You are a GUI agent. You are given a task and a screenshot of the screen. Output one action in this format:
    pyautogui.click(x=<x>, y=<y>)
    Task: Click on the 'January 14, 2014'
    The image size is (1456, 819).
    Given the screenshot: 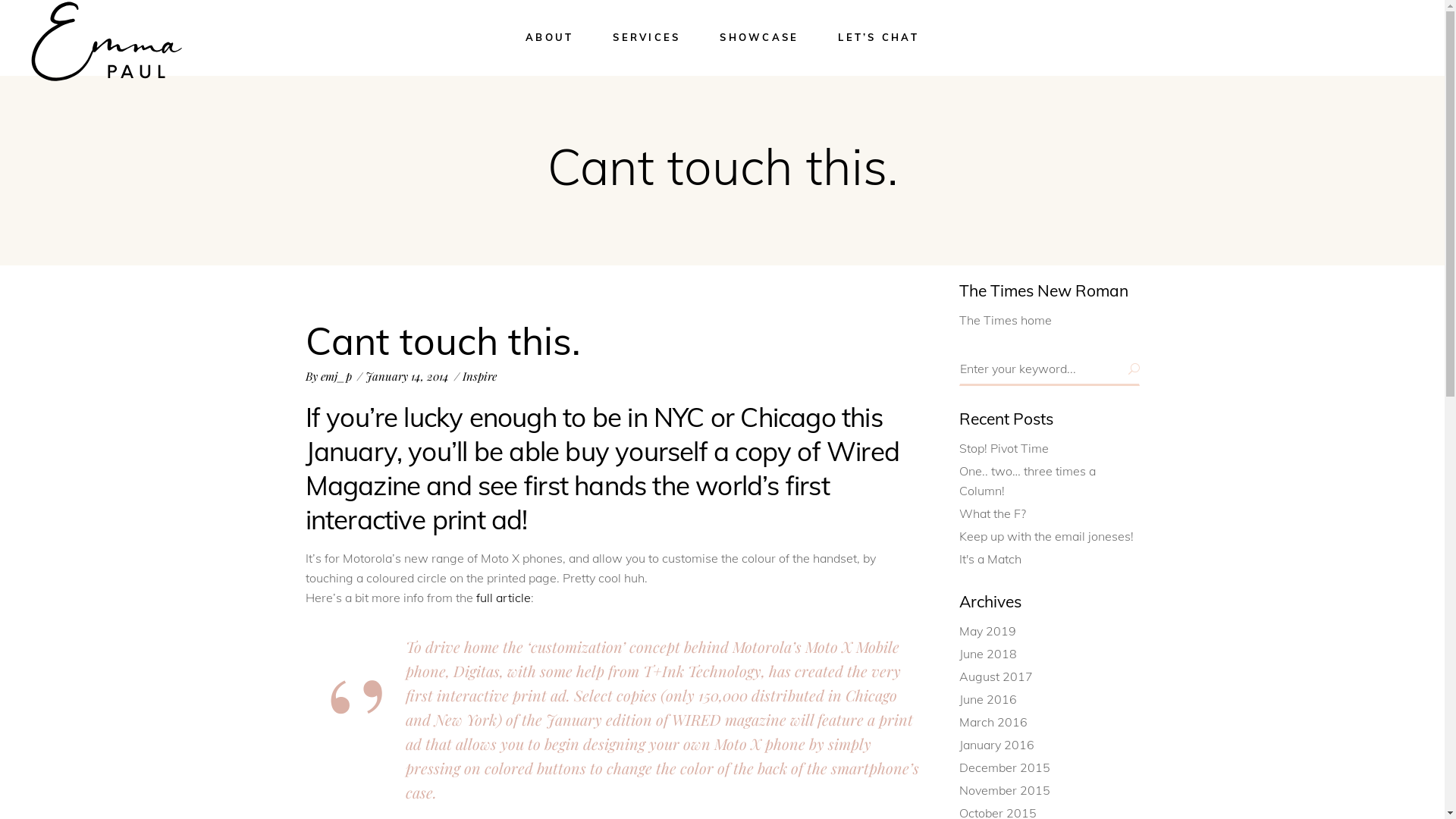 What is the action you would take?
    pyautogui.click(x=407, y=375)
    